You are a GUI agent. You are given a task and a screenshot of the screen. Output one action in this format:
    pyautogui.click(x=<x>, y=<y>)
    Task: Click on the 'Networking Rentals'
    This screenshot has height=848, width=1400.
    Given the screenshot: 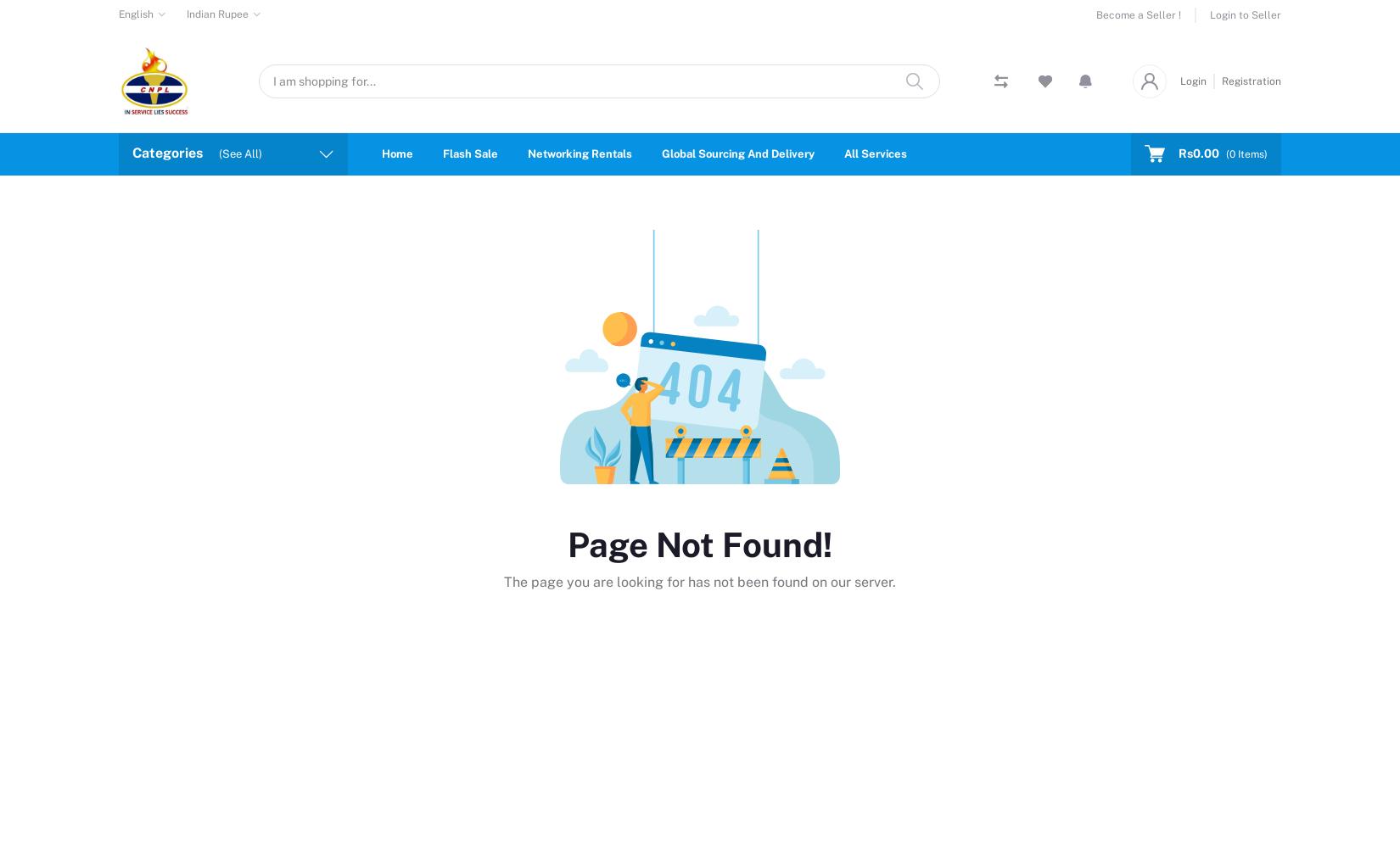 What is the action you would take?
    pyautogui.click(x=527, y=153)
    